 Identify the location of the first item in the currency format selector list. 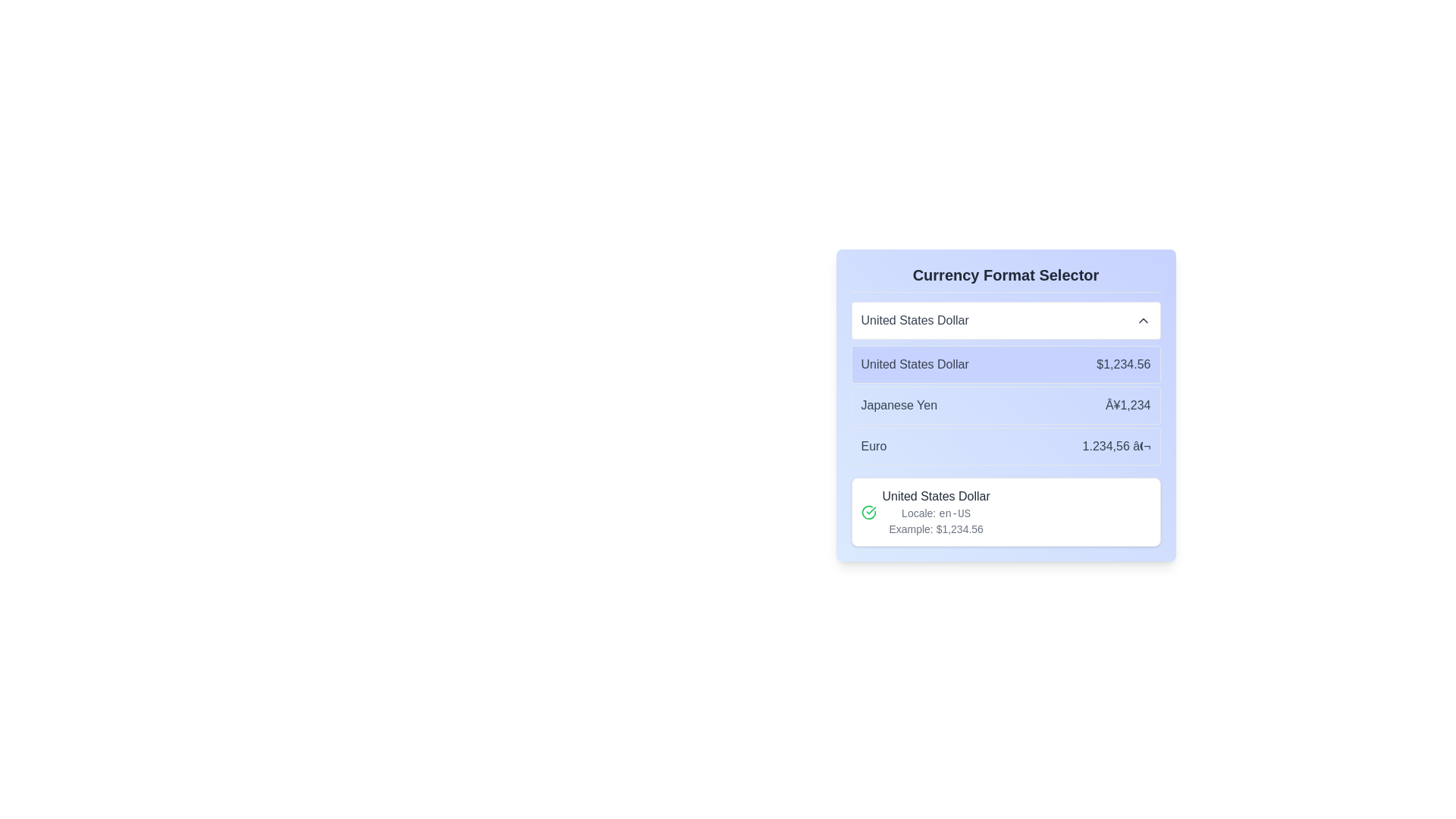
(1006, 365).